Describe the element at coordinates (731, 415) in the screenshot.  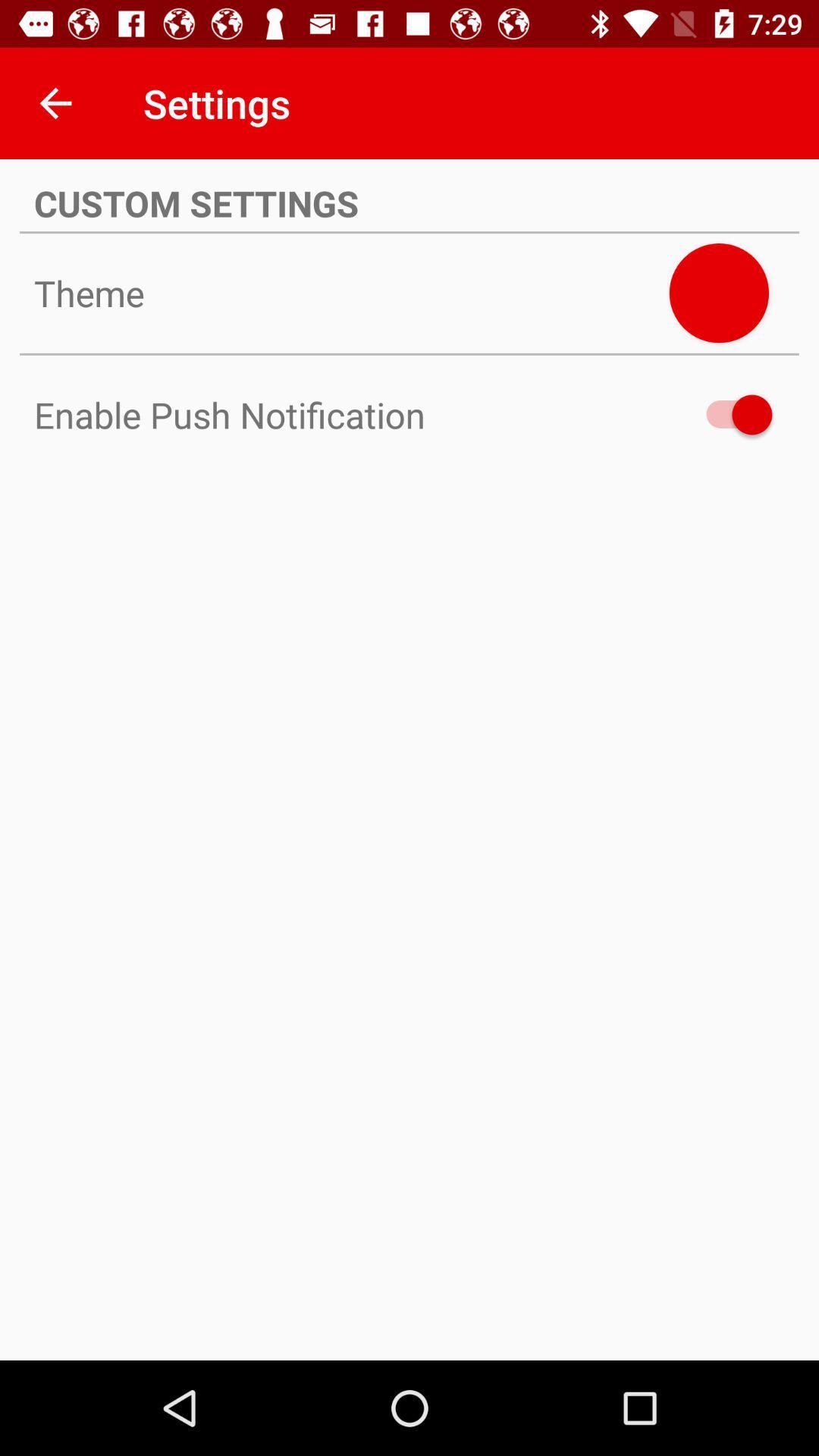
I see `push notification` at that location.